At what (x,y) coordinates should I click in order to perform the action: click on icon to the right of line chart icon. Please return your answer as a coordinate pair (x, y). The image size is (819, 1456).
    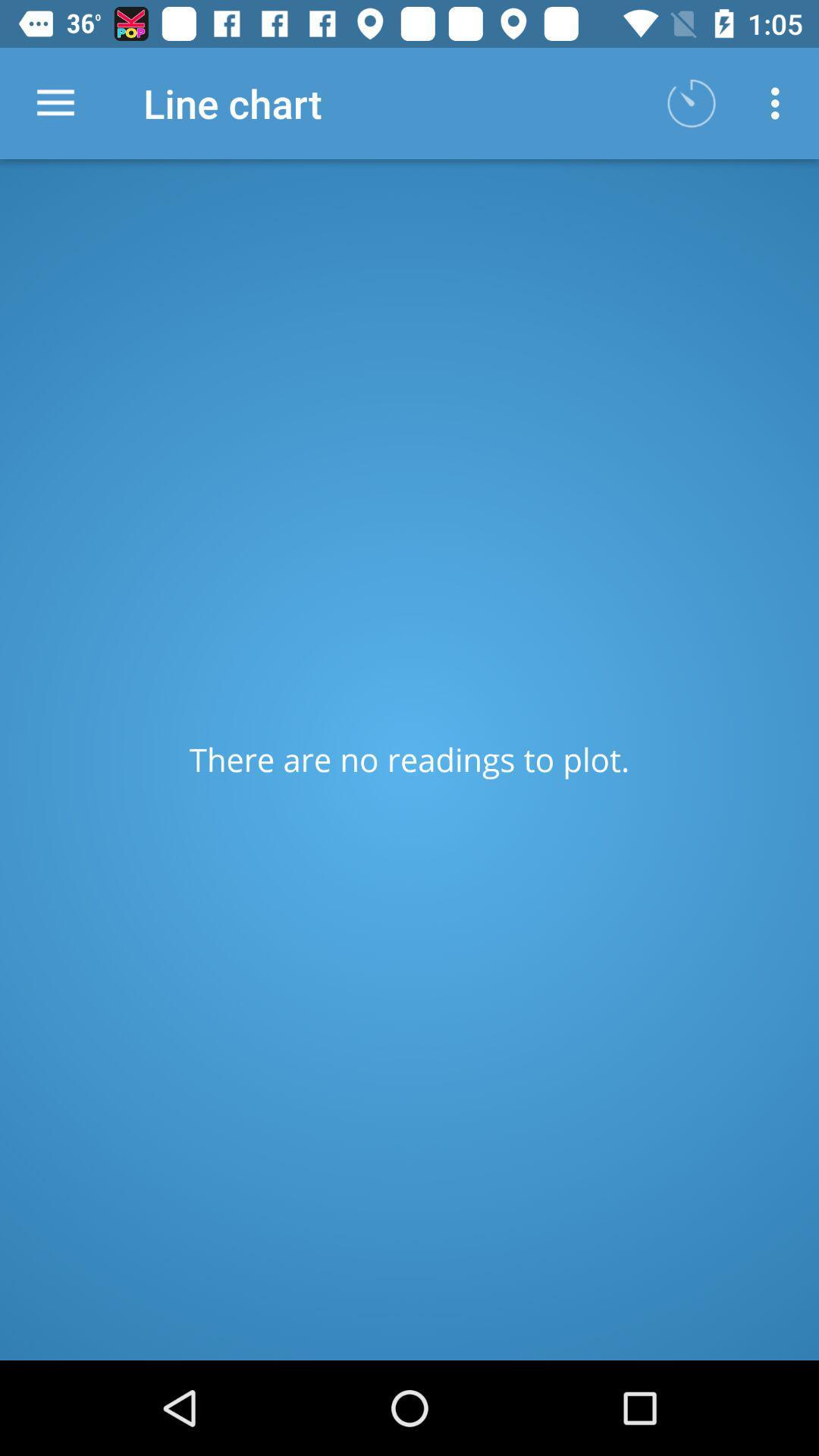
    Looking at the image, I should click on (691, 102).